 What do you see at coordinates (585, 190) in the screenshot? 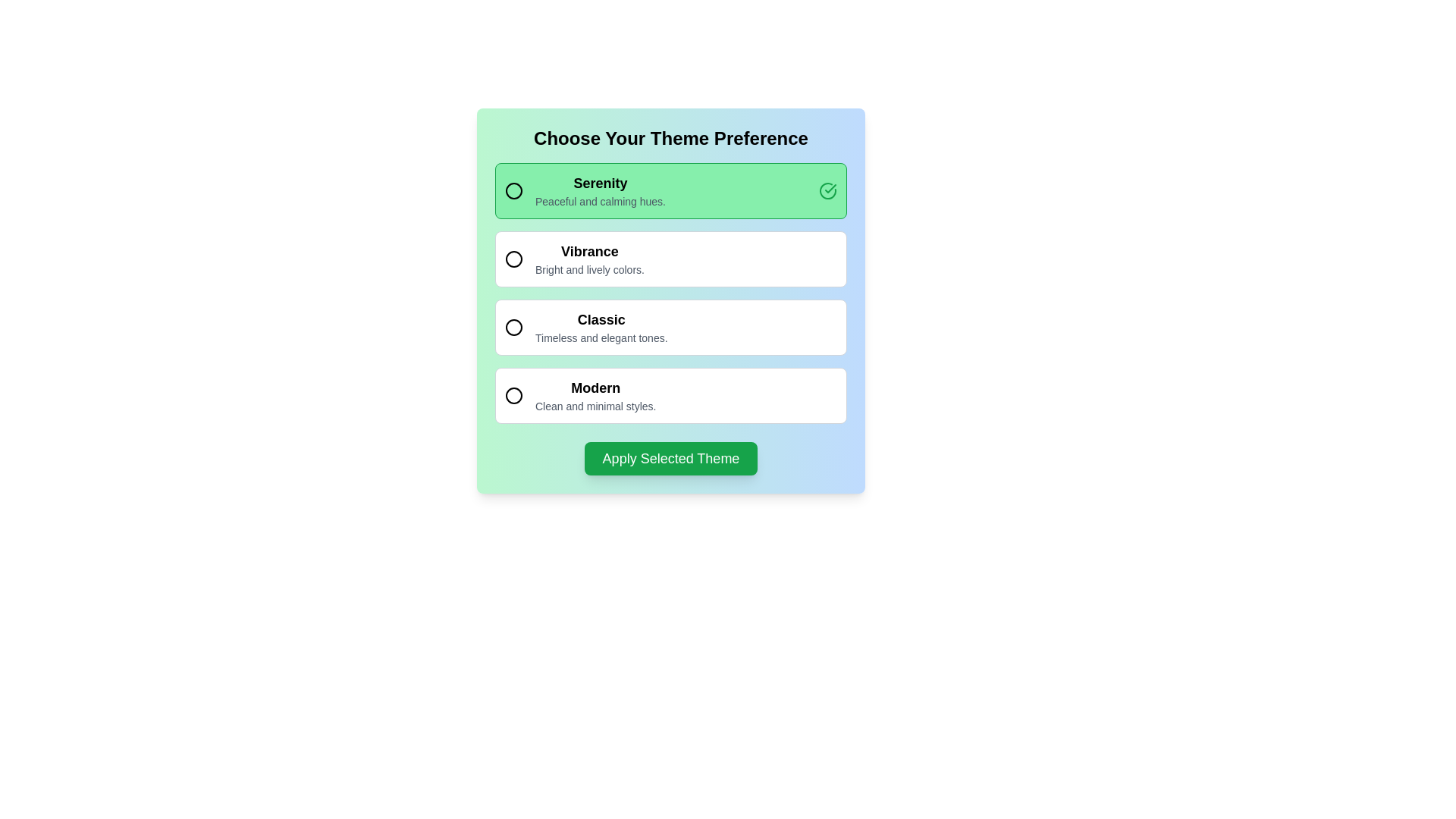
I see `text displayed in the label that shows the name and description of the selectable theme option, located in the first section of the theme list under 'Choose Your Theme Preference', left-aligned with the circular selector` at bounding box center [585, 190].